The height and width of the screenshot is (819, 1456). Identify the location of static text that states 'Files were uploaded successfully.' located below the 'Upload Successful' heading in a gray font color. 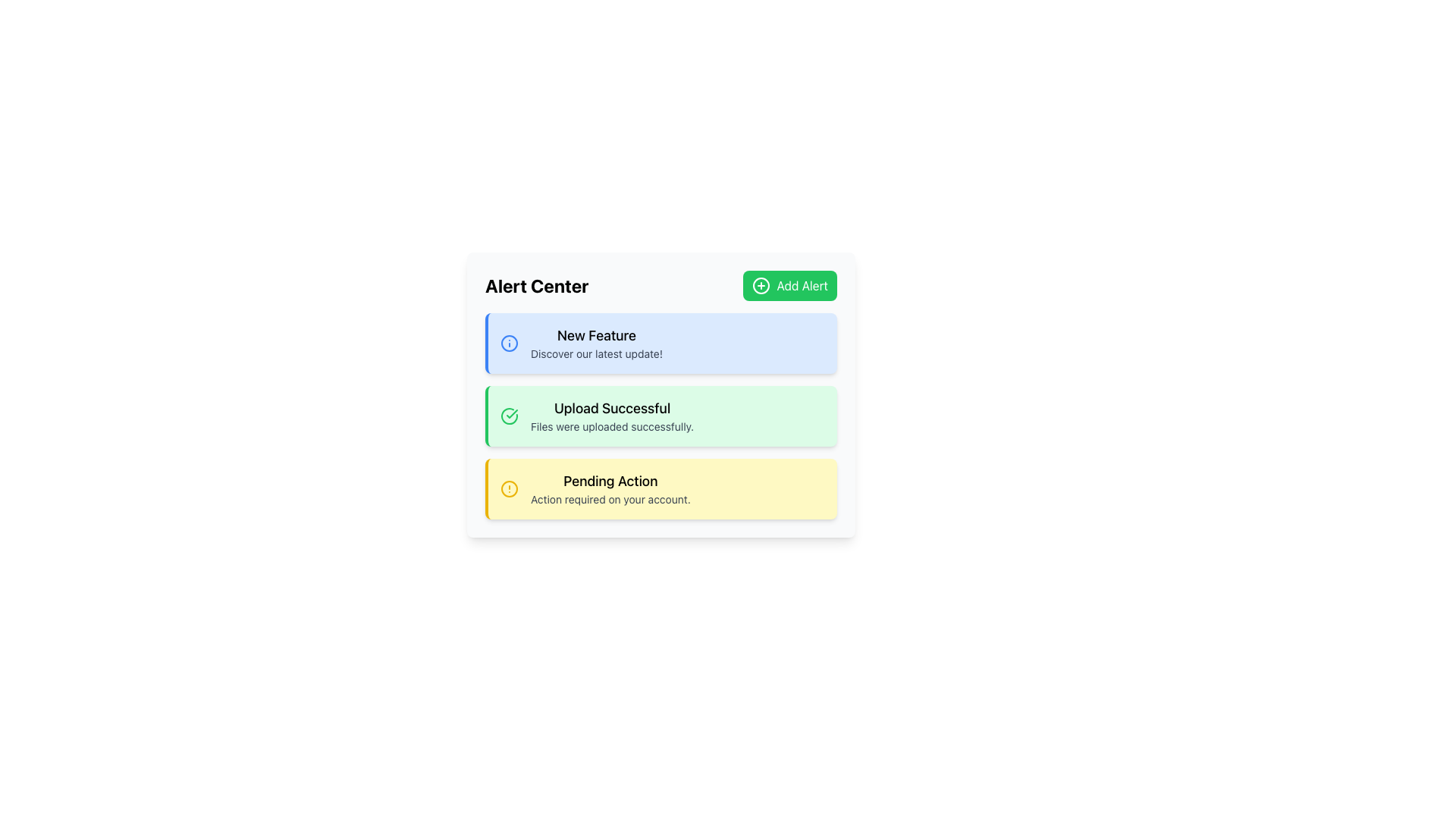
(612, 427).